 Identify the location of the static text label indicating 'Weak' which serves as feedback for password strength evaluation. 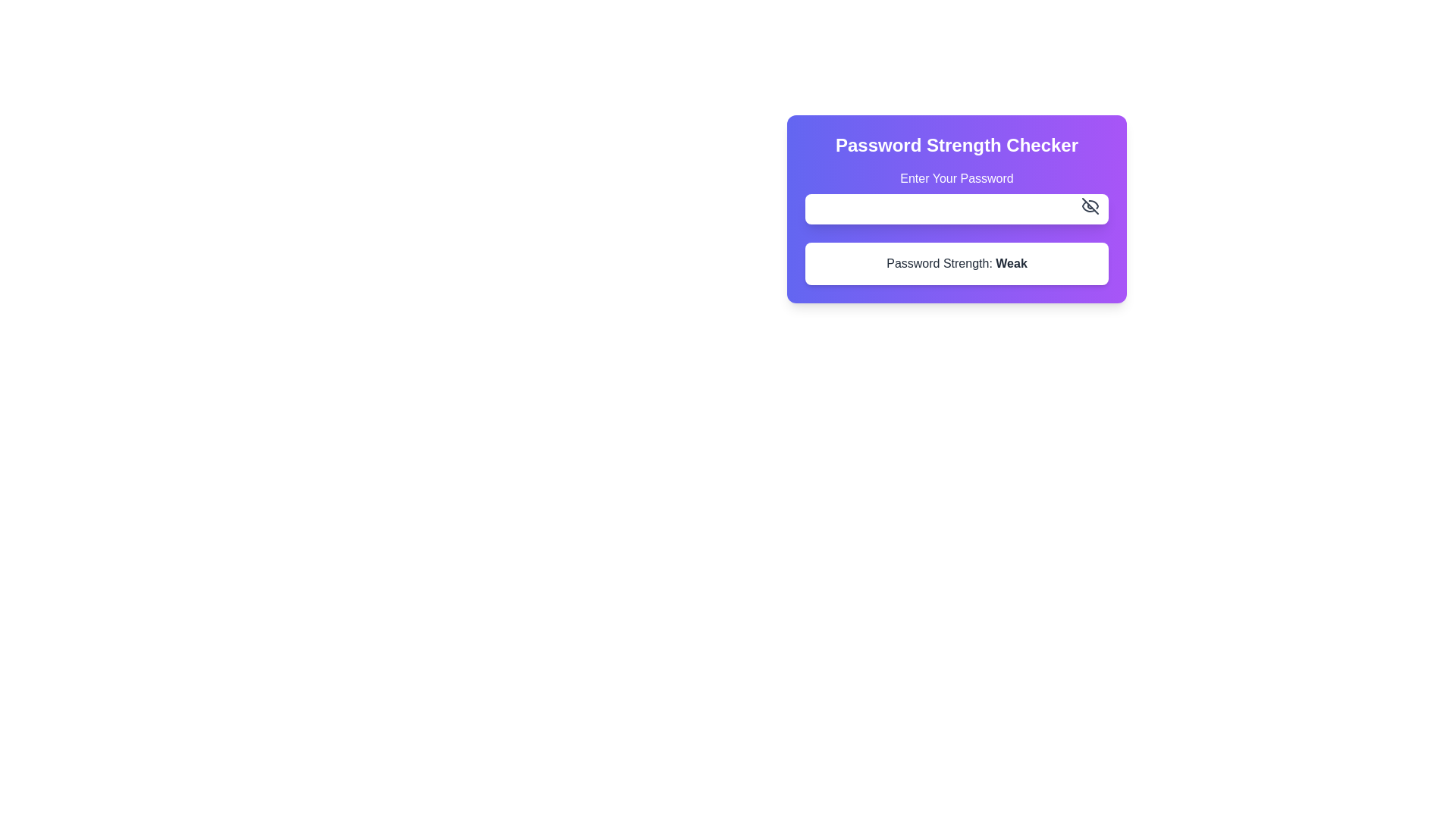
(1012, 262).